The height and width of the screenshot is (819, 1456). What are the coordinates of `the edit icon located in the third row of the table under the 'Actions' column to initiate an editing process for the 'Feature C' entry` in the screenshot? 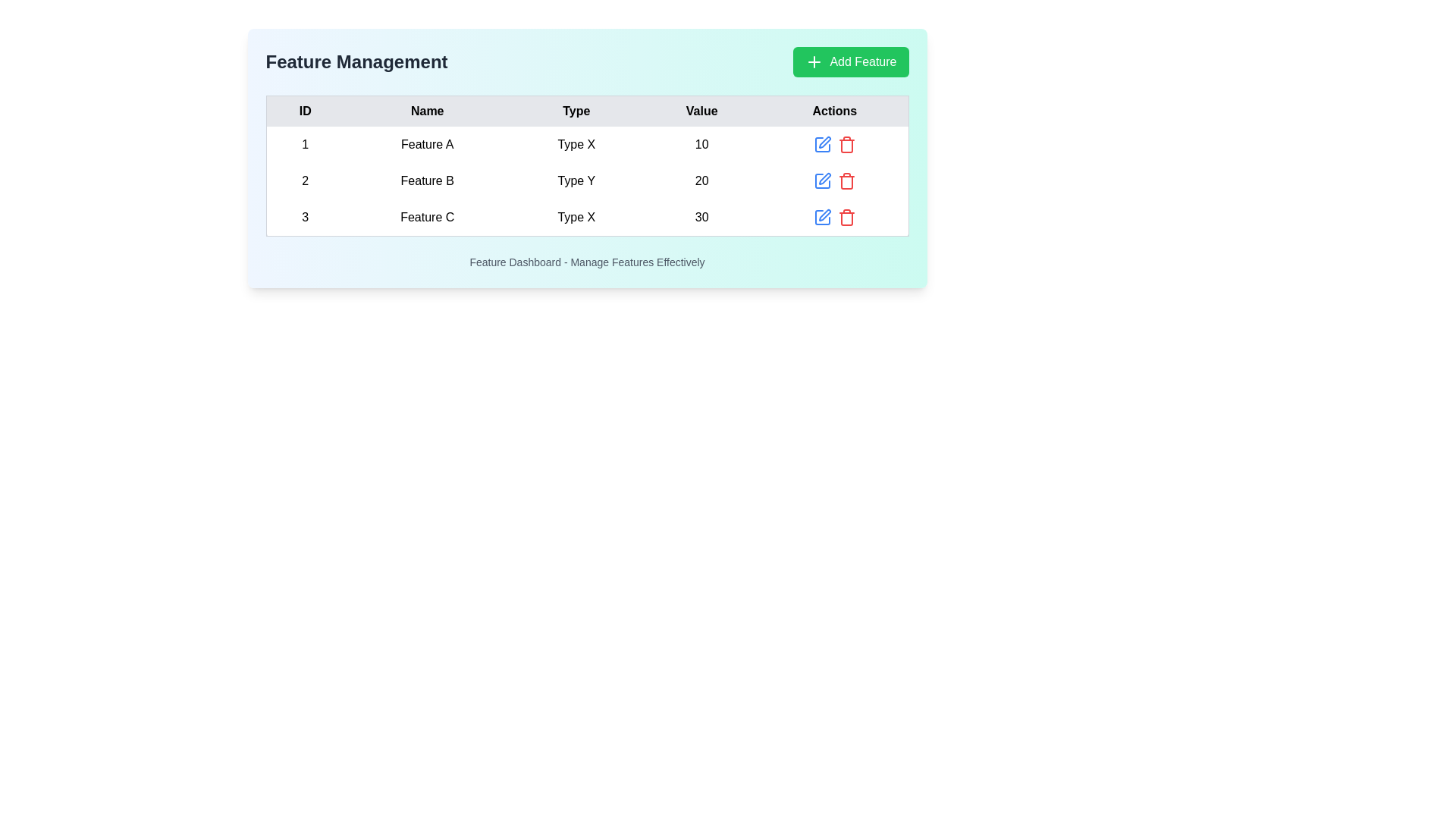 It's located at (821, 217).